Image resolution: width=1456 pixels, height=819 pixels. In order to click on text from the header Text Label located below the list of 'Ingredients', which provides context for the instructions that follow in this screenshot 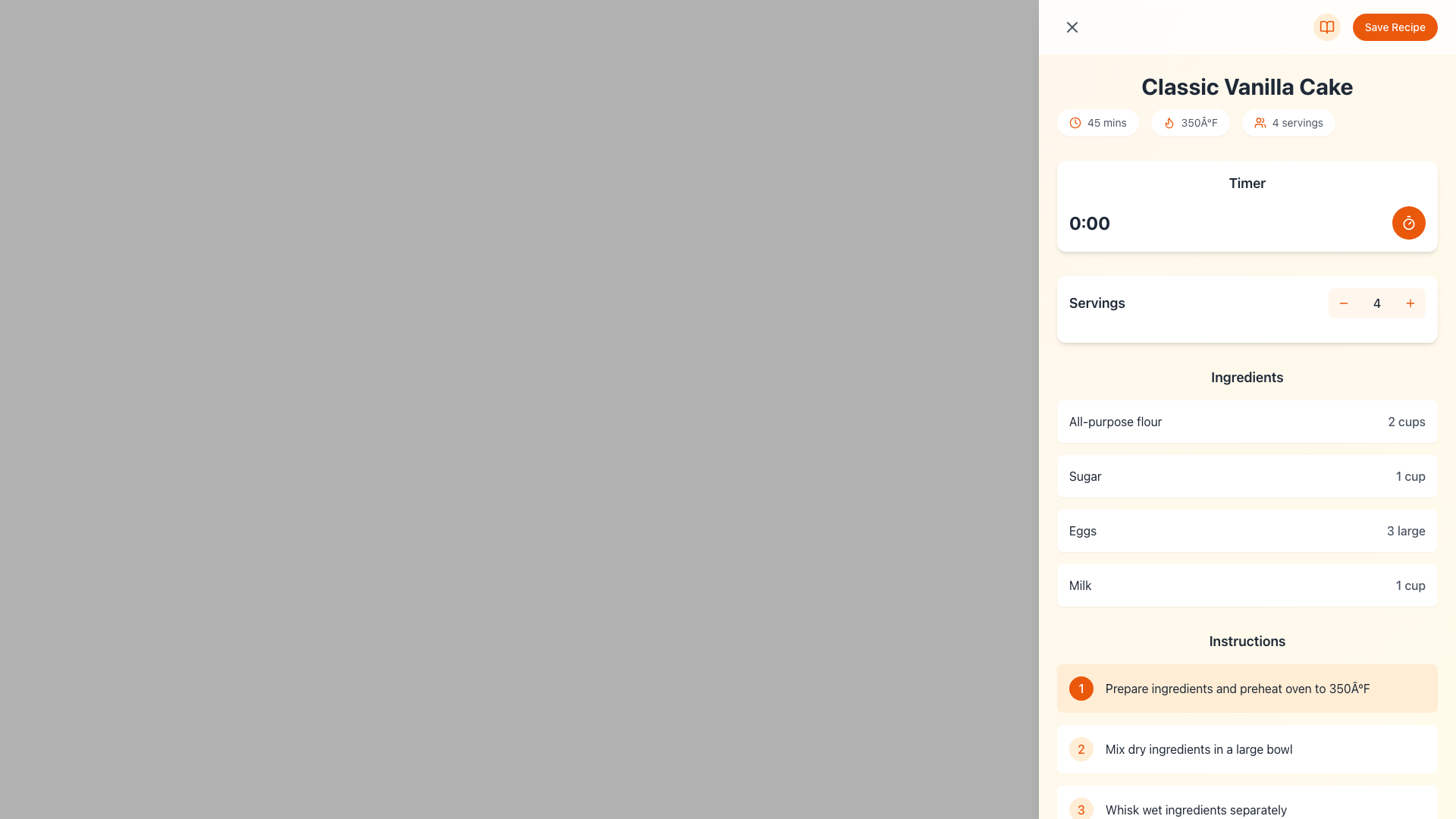, I will do `click(1247, 641)`.